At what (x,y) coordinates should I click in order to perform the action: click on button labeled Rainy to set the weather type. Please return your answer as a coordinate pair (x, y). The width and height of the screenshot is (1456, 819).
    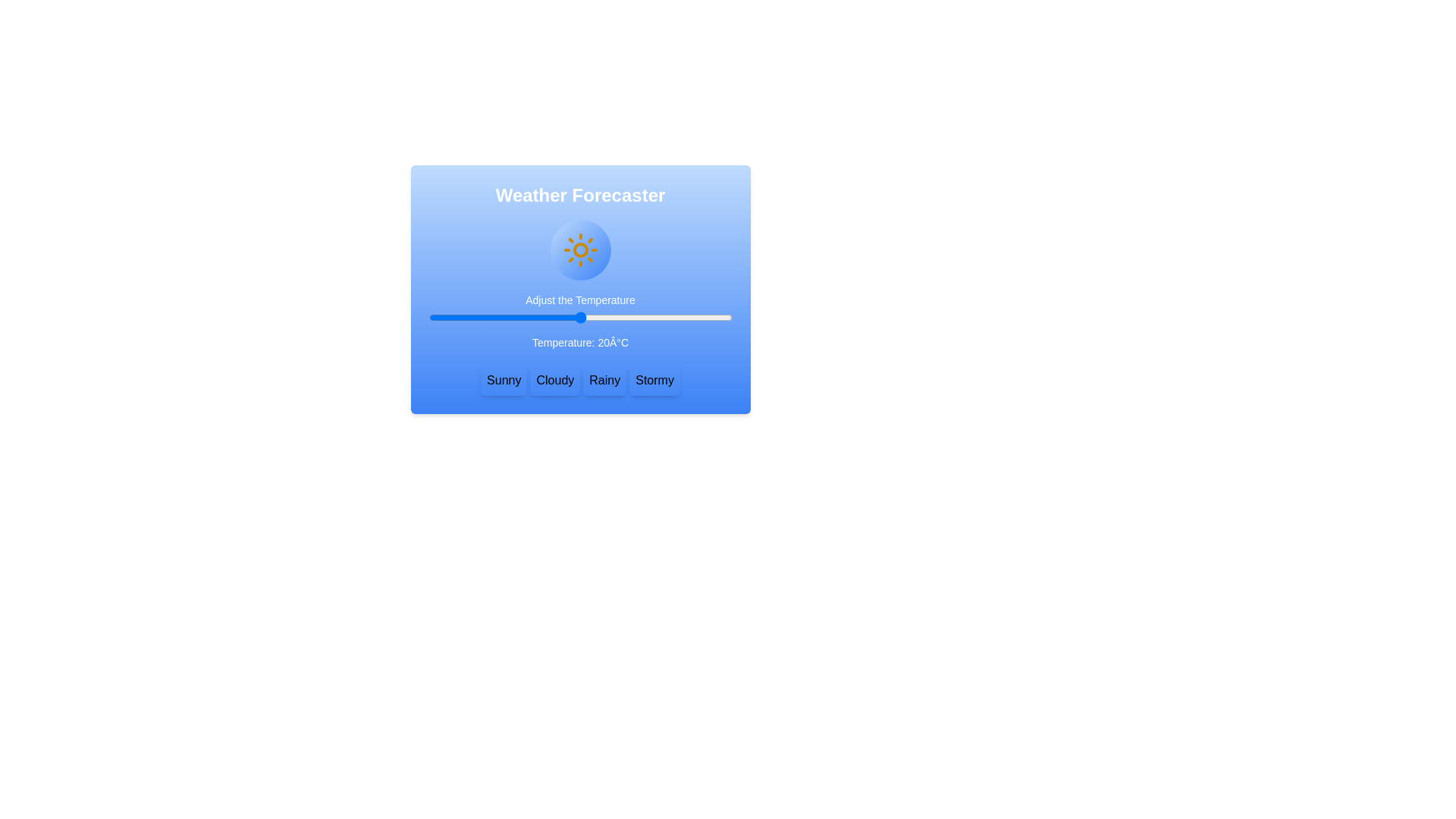
    Looking at the image, I should click on (604, 379).